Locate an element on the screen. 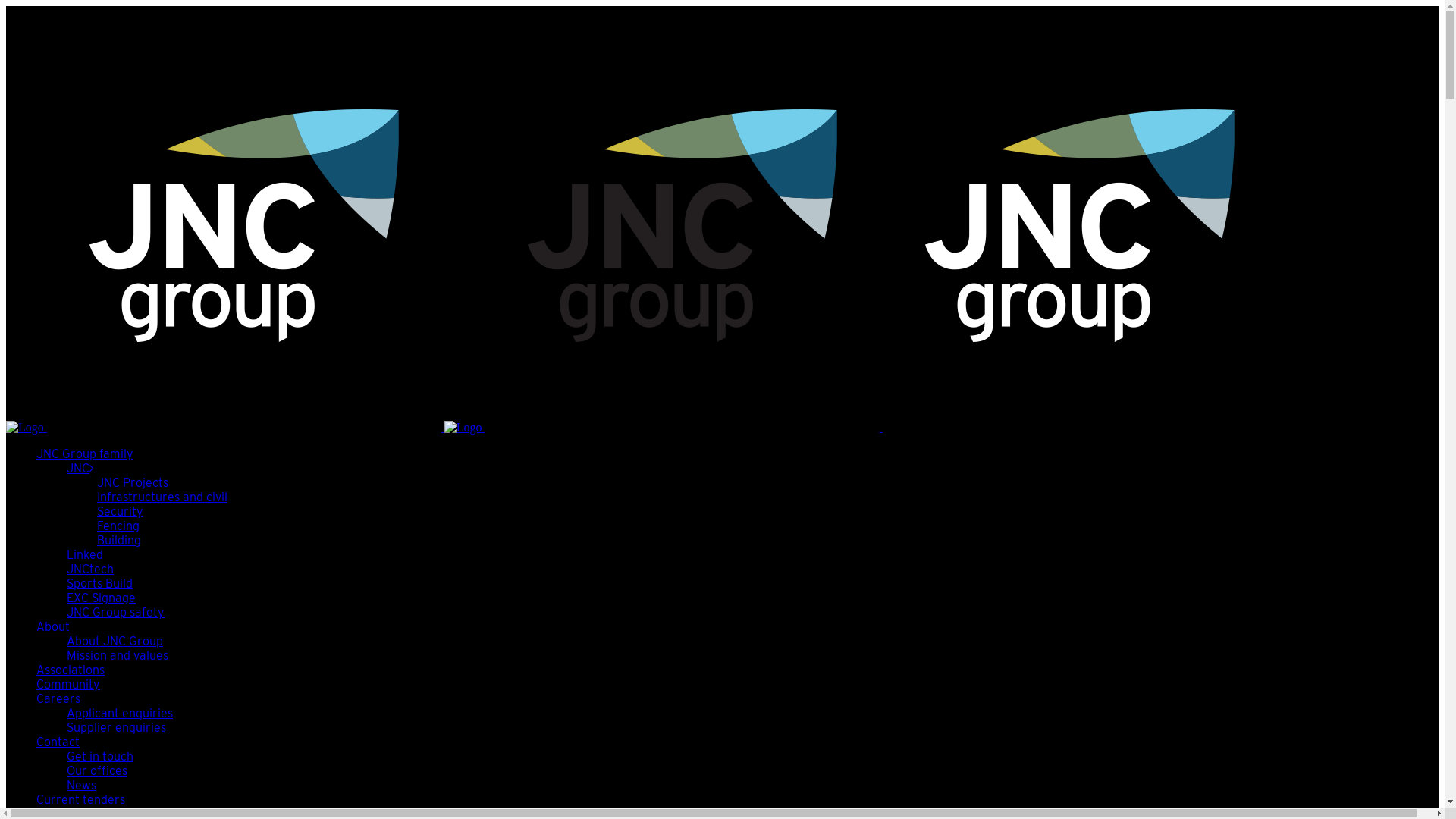  'Linked' is located at coordinates (65, 554).